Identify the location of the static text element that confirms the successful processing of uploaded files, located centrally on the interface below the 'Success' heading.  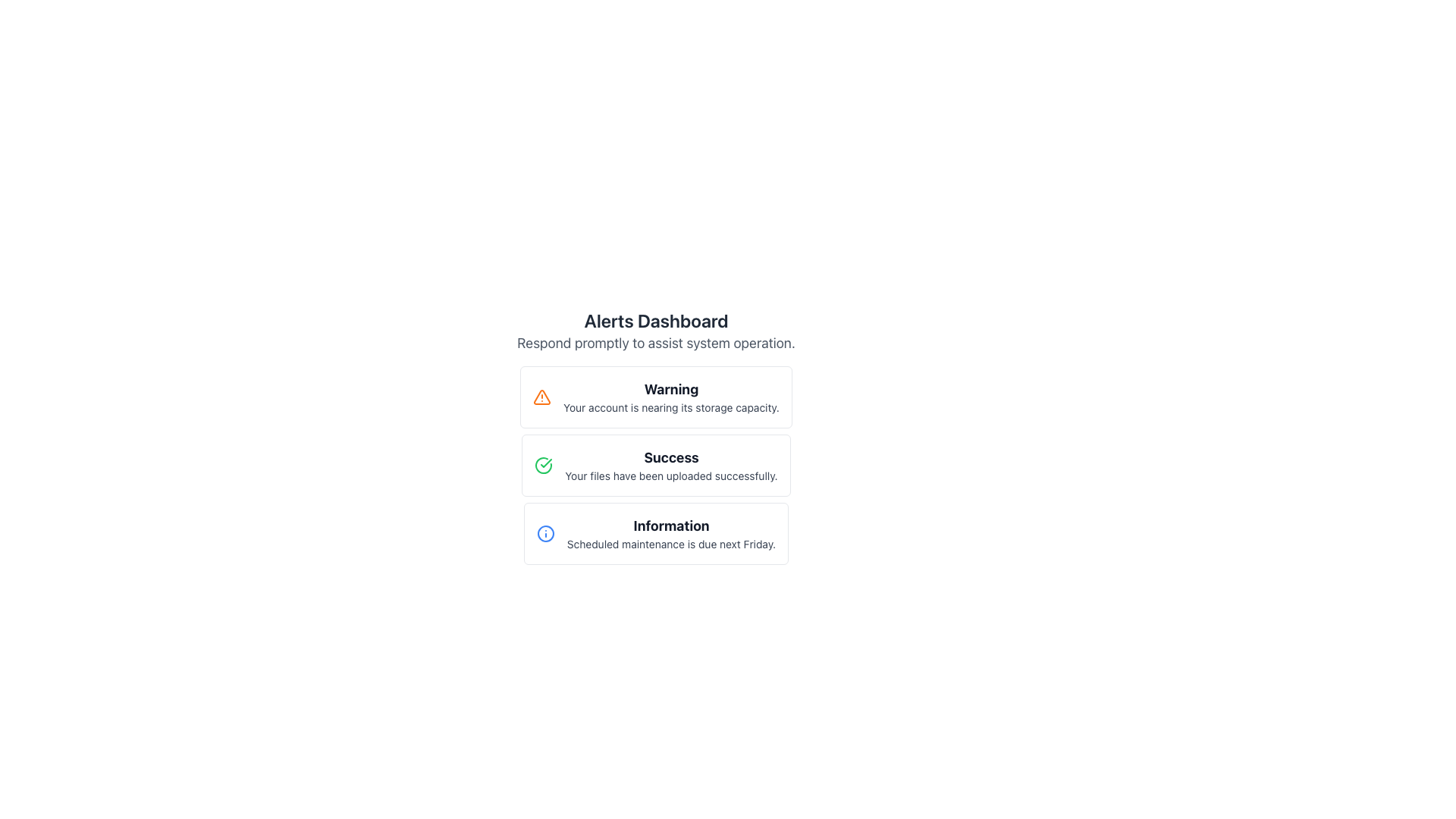
(670, 475).